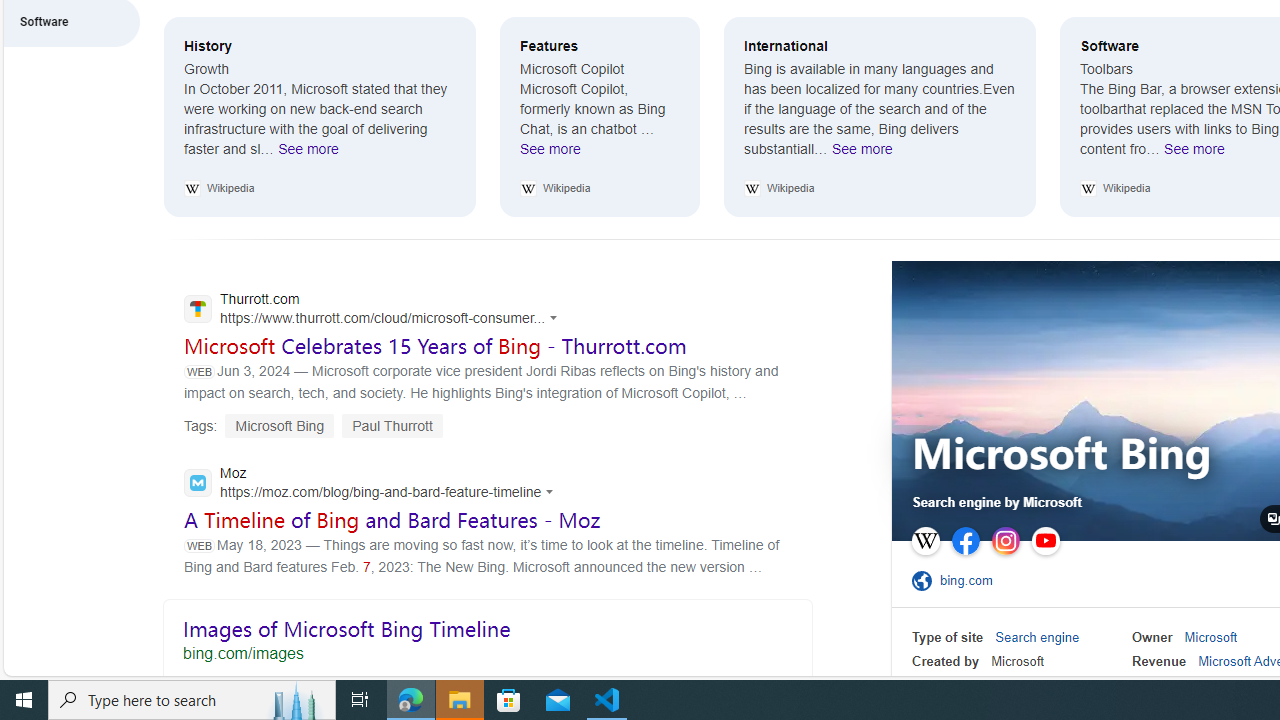 The image size is (1280, 720). I want to click on 'Images of Microsoft Bing Timeline', so click(487, 636).